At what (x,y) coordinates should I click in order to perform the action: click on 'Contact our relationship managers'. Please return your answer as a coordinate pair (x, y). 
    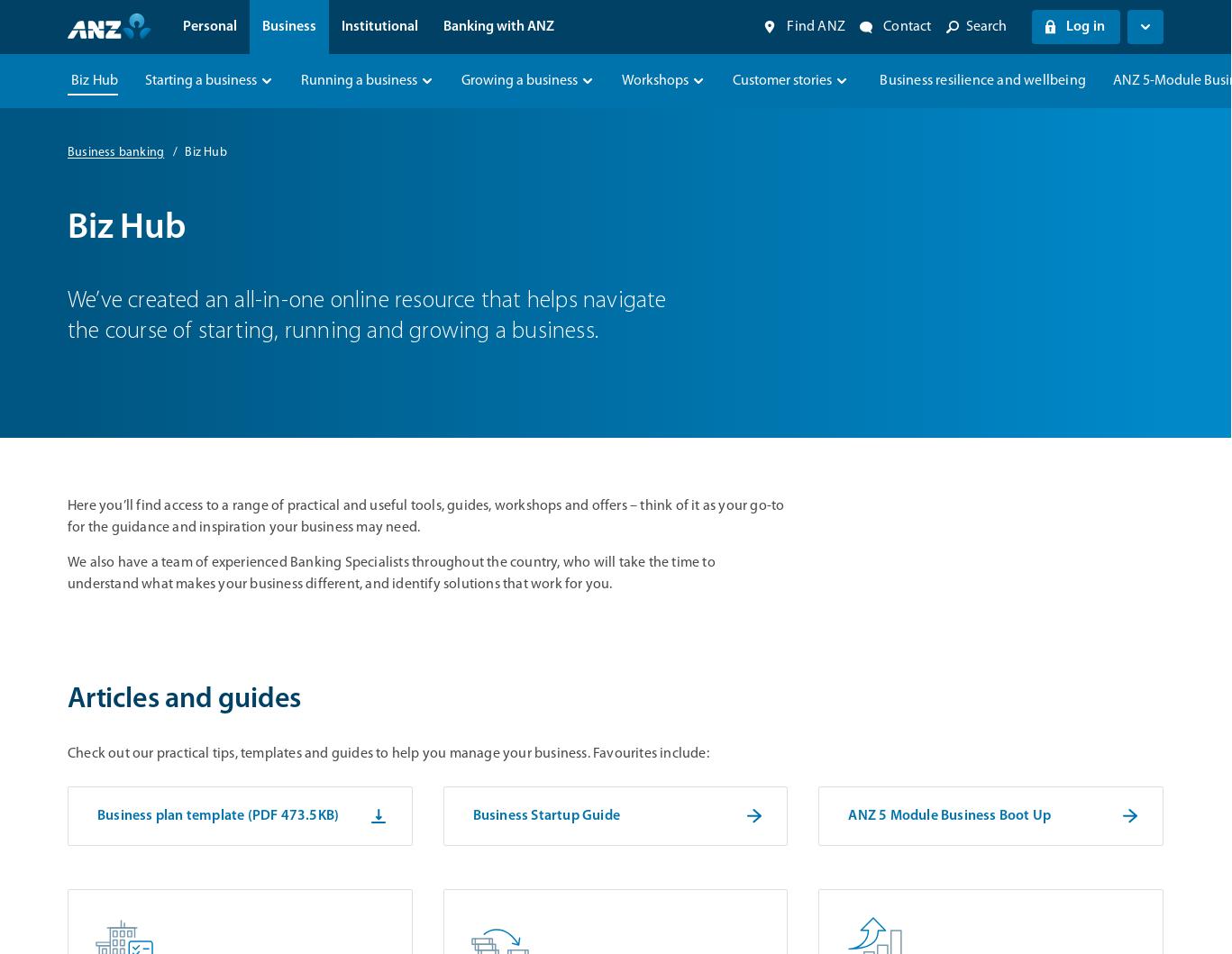
    Looking at the image, I should click on (362, 284).